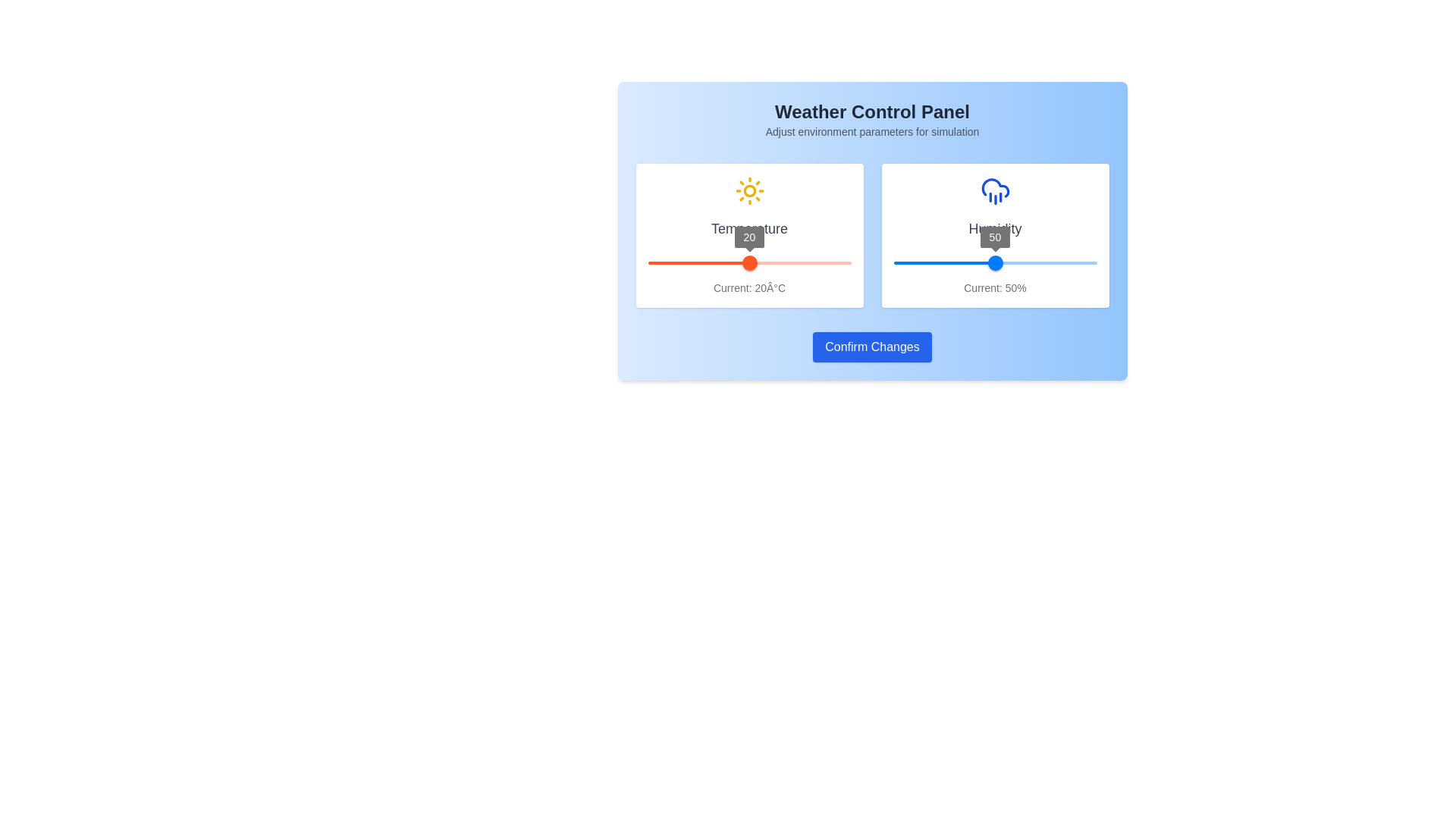  What do you see at coordinates (749, 262) in the screenshot?
I see `the circular slider thumb with the numeric label '20'` at bounding box center [749, 262].